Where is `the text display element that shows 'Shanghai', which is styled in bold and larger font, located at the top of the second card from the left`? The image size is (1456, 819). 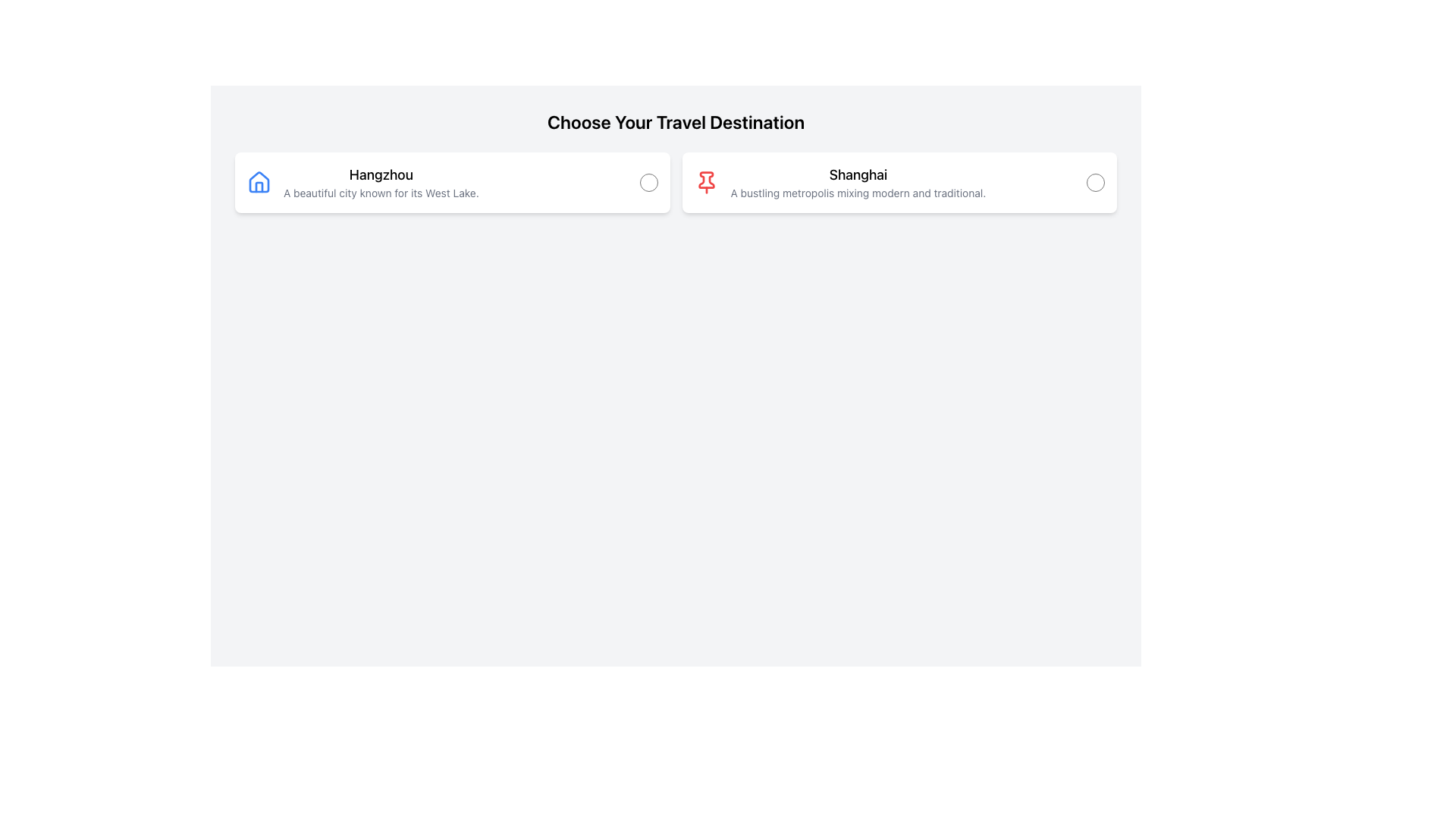 the text display element that shows 'Shanghai', which is styled in bold and larger font, located at the top of the second card from the left is located at coordinates (858, 174).